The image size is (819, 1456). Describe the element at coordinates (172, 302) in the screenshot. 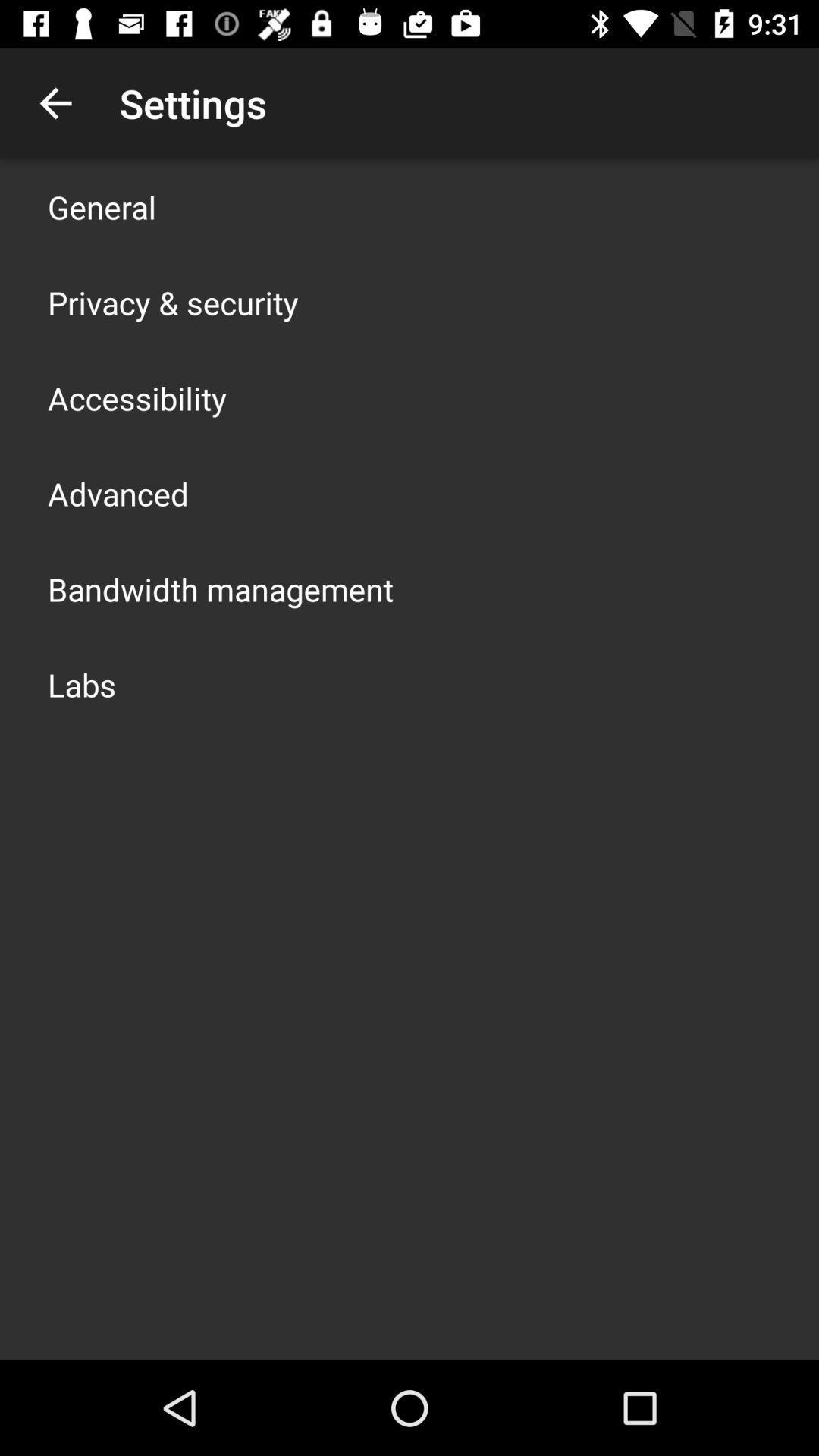

I see `app above accessibility item` at that location.